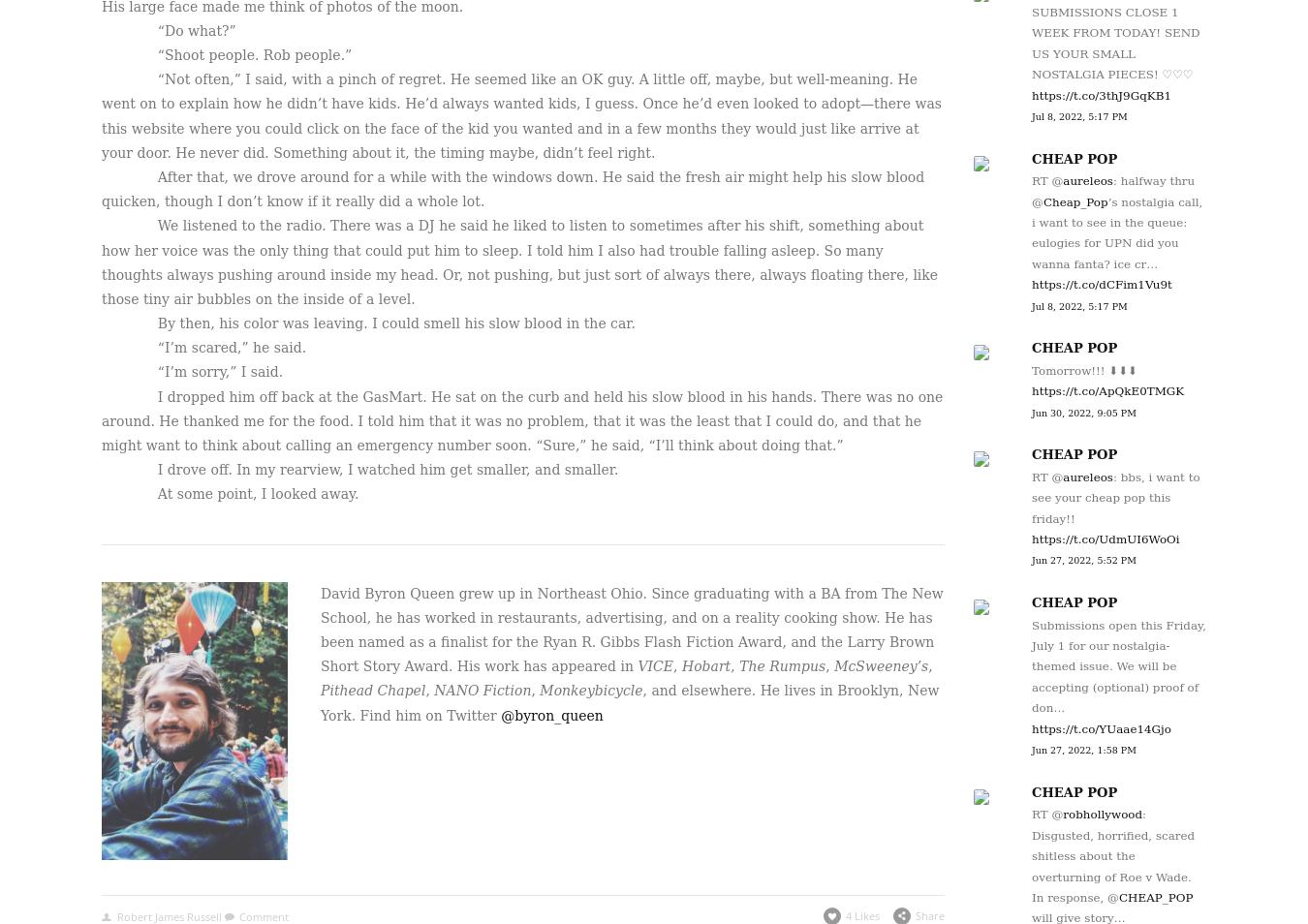  What do you see at coordinates (914, 914) in the screenshot?
I see `'Share'` at bounding box center [914, 914].